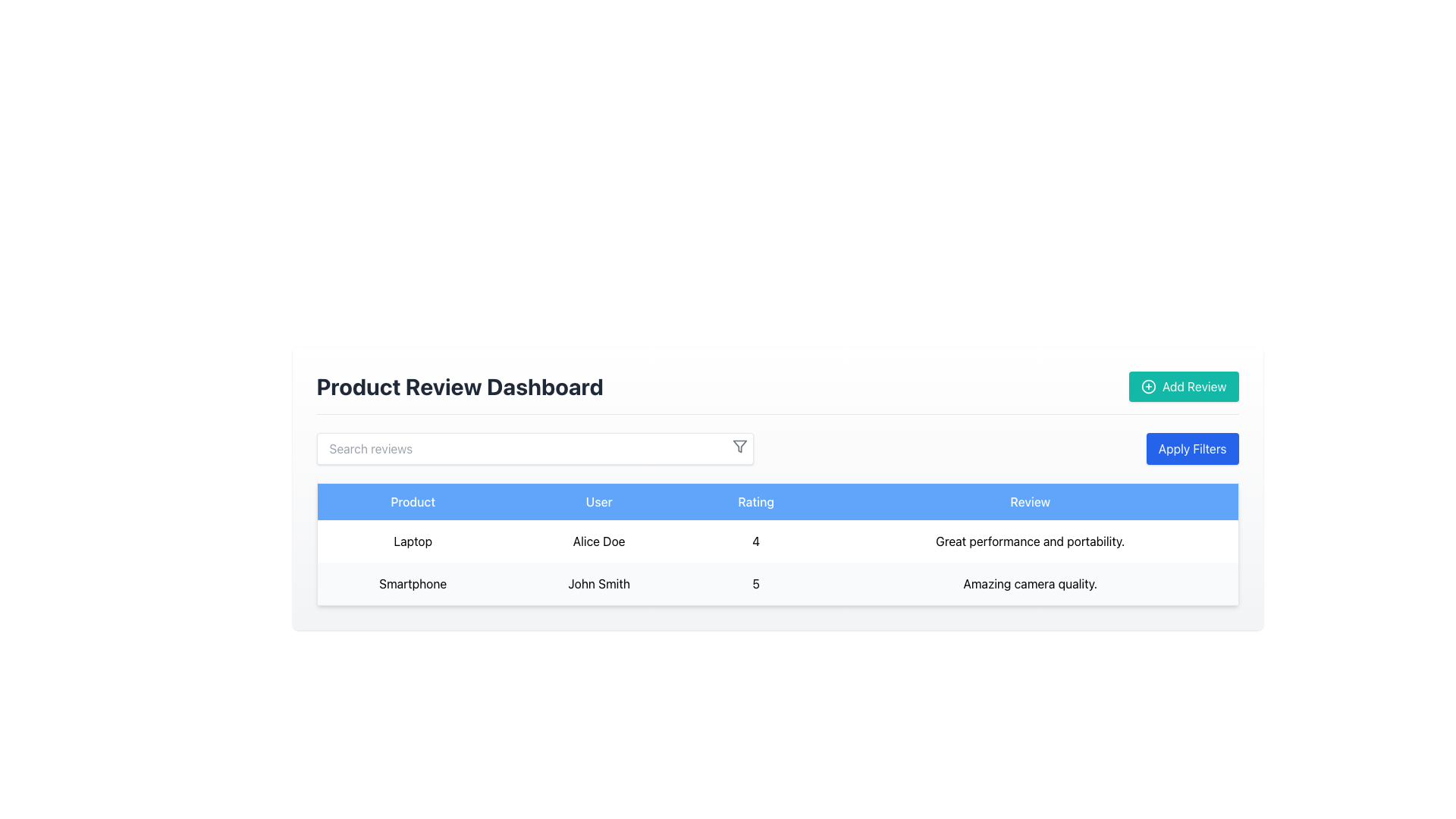 The height and width of the screenshot is (819, 1456). What do you see at coordinates (1031, 501) in the screenshot?
I see `the text label indicating 'Reviews', which is the fourth header in the table, located at the top-right of the column headers` at bounding box center [1031, 501].